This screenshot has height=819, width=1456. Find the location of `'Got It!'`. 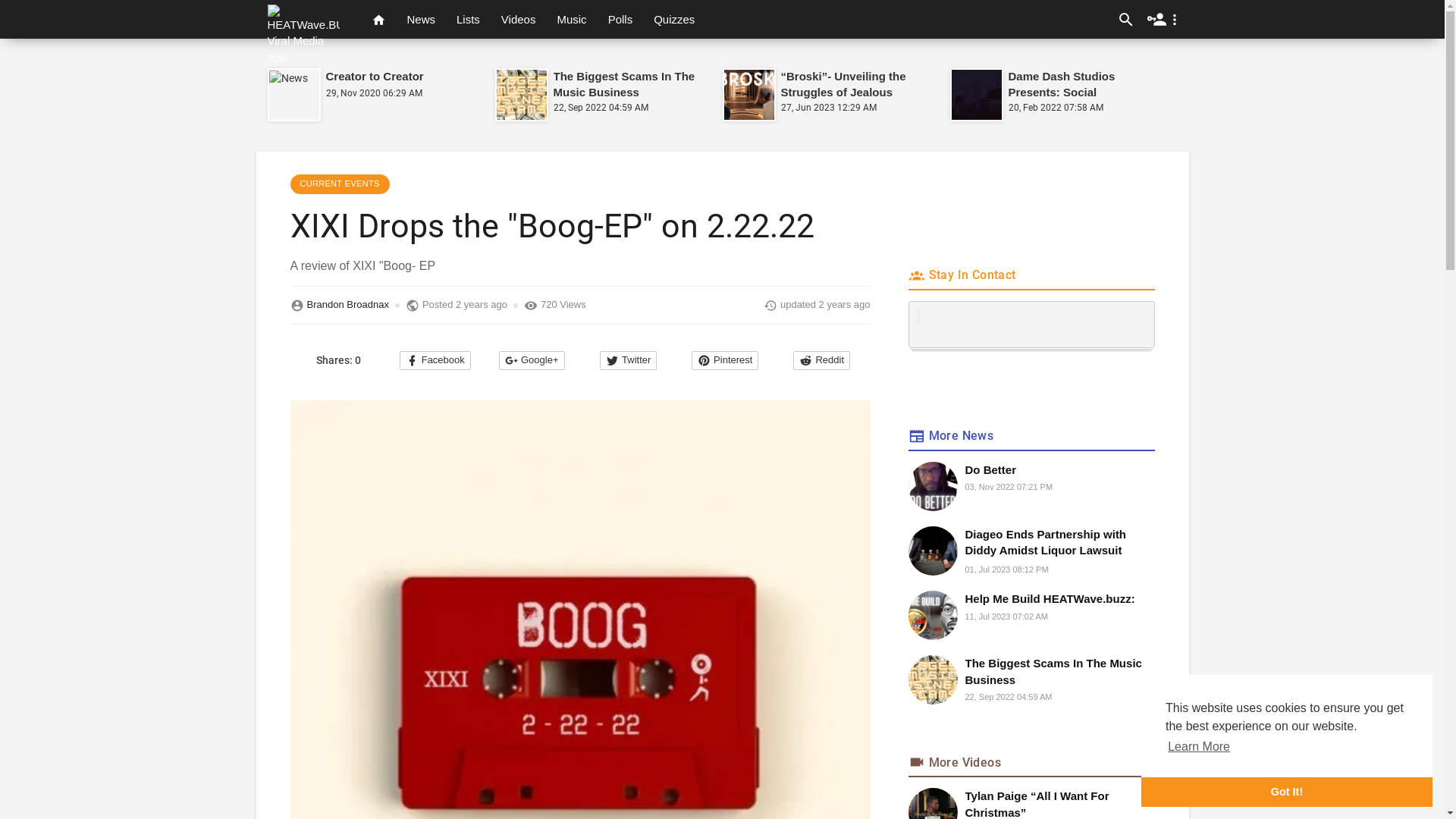

'Got It!' is located at coordinates (1286, 791).